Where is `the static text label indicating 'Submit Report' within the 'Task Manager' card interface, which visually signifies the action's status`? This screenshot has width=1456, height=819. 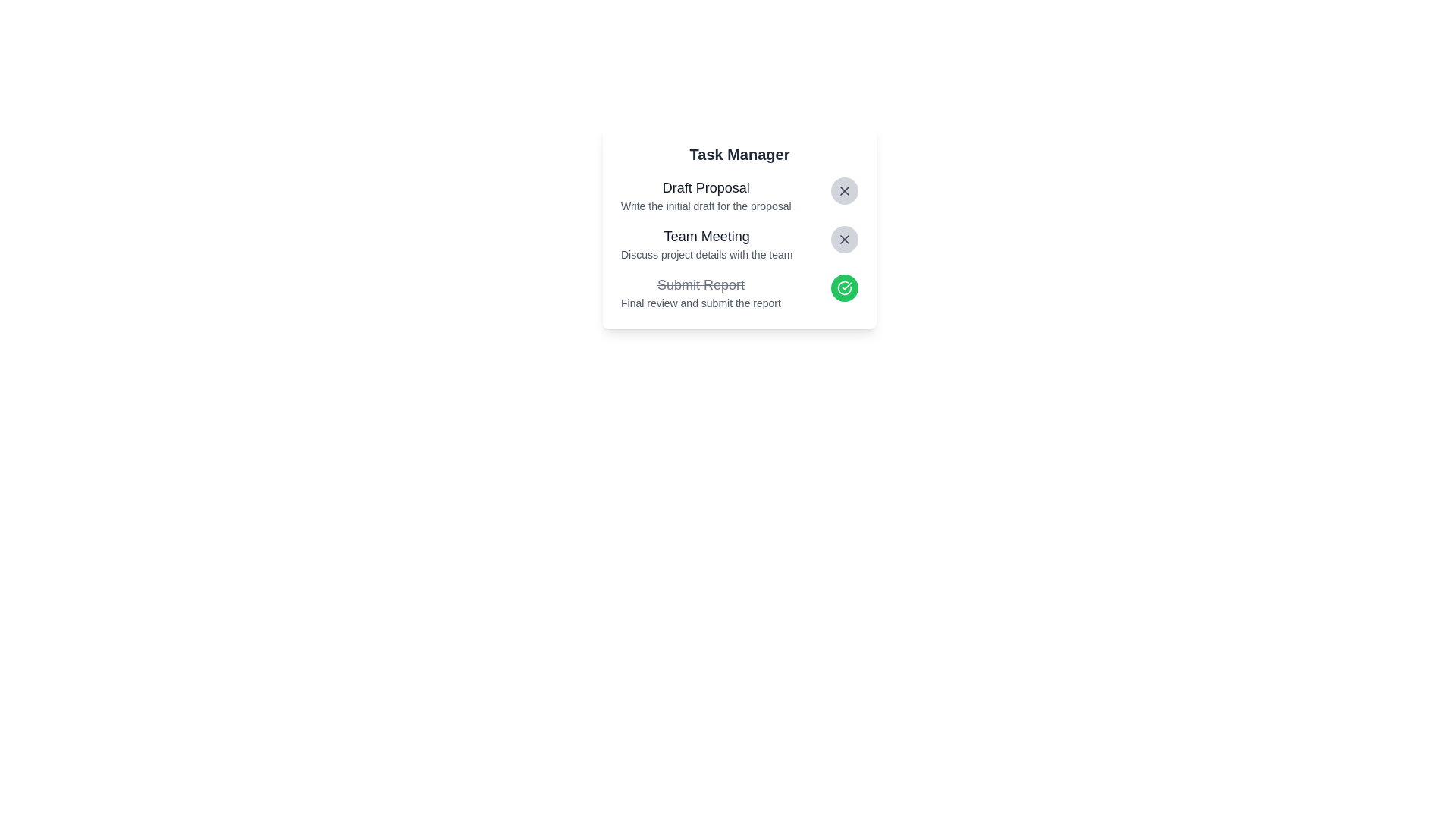 the static text label indicating 'Submit Report' within the 'Task Manager' card interface, which visually signifies the action's status is located at coordinates (700, 284).